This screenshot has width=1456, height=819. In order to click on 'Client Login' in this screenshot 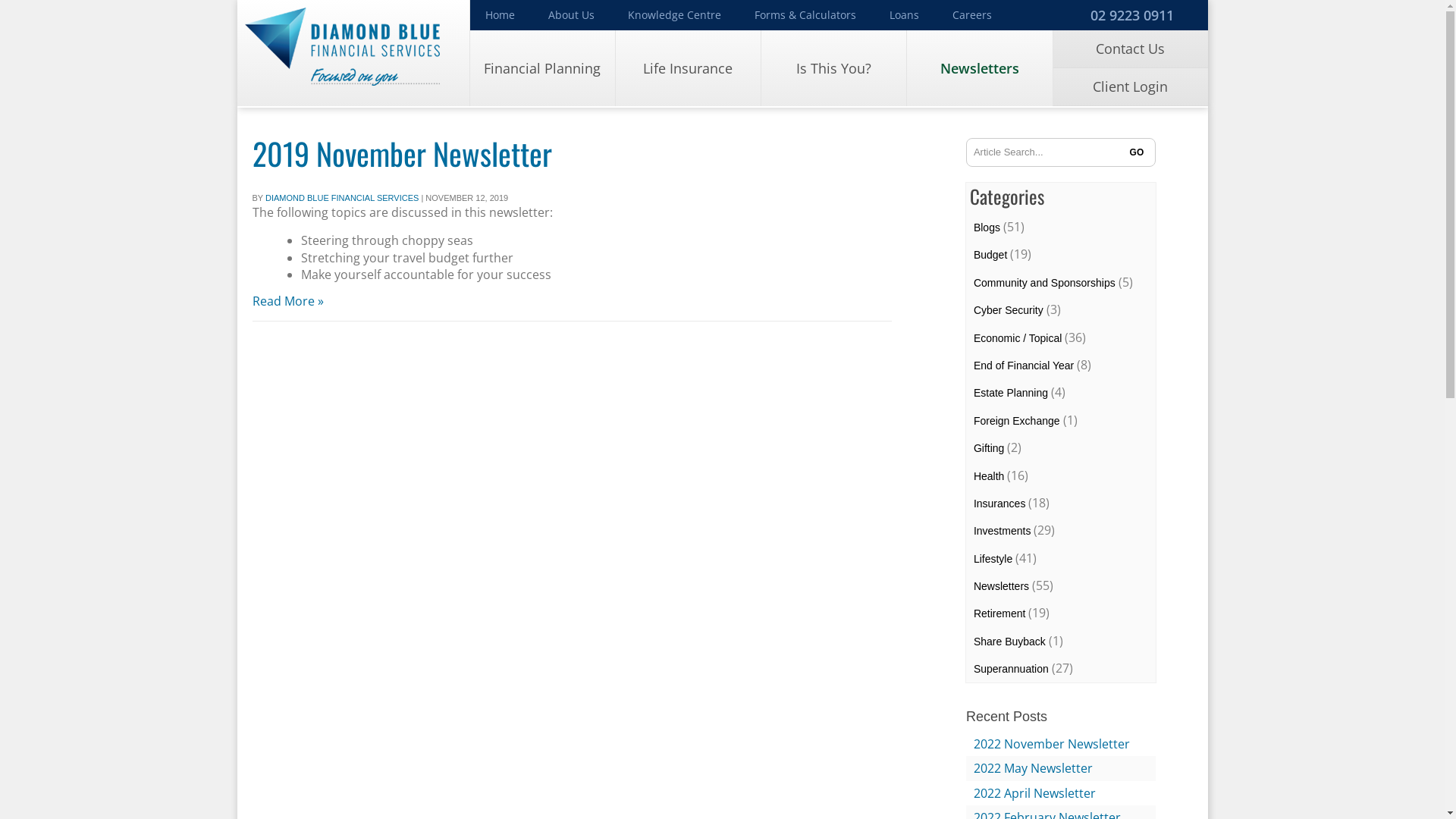, I will do `click(1130, 87)`.